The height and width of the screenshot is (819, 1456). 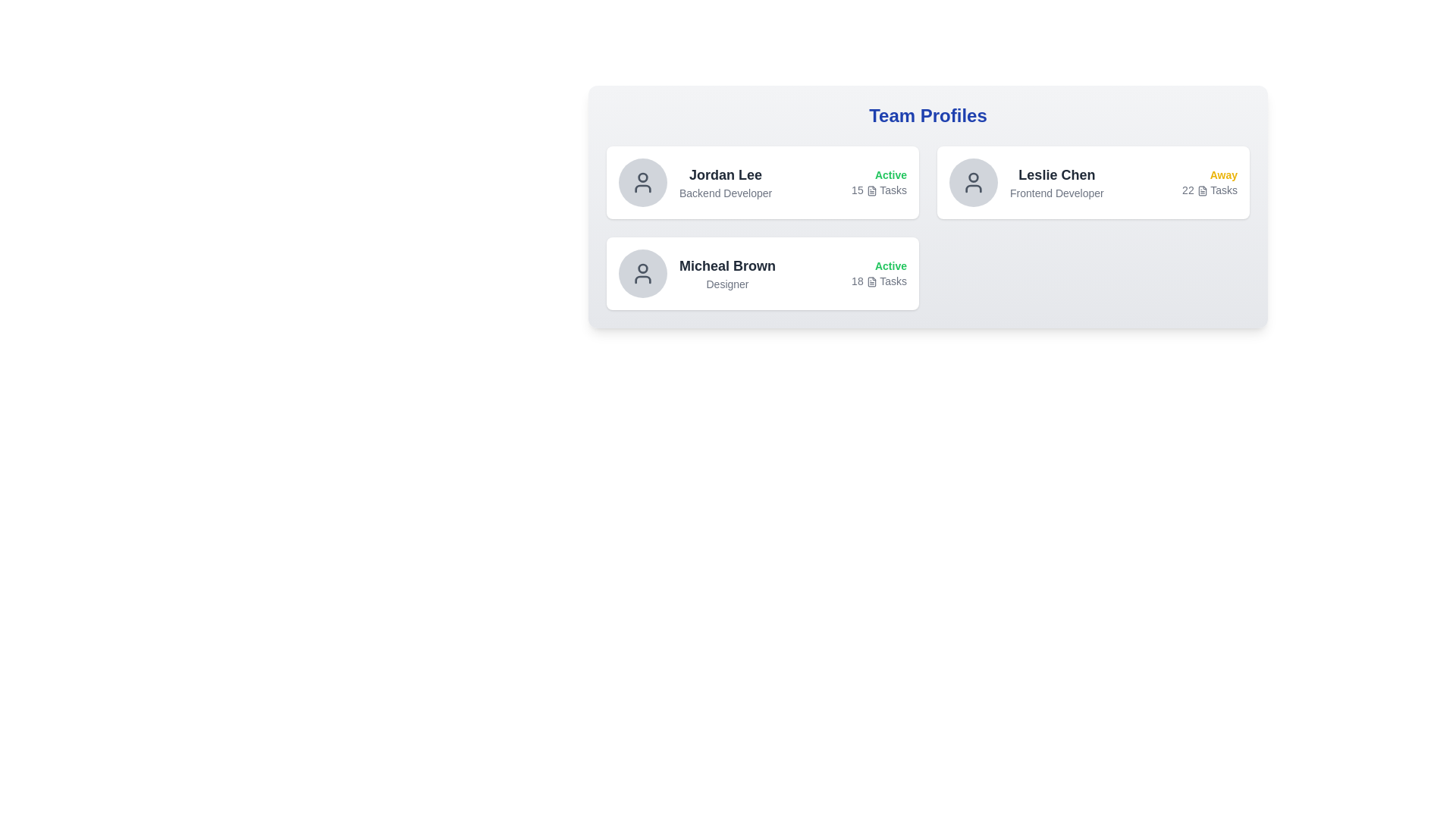 I want to click on the circular icon placeholder or profile picture for 'Leslie Chen', which has a gray background and a user silhouette, located in the 'Team Profiles' section, so click(x=973, y=181).